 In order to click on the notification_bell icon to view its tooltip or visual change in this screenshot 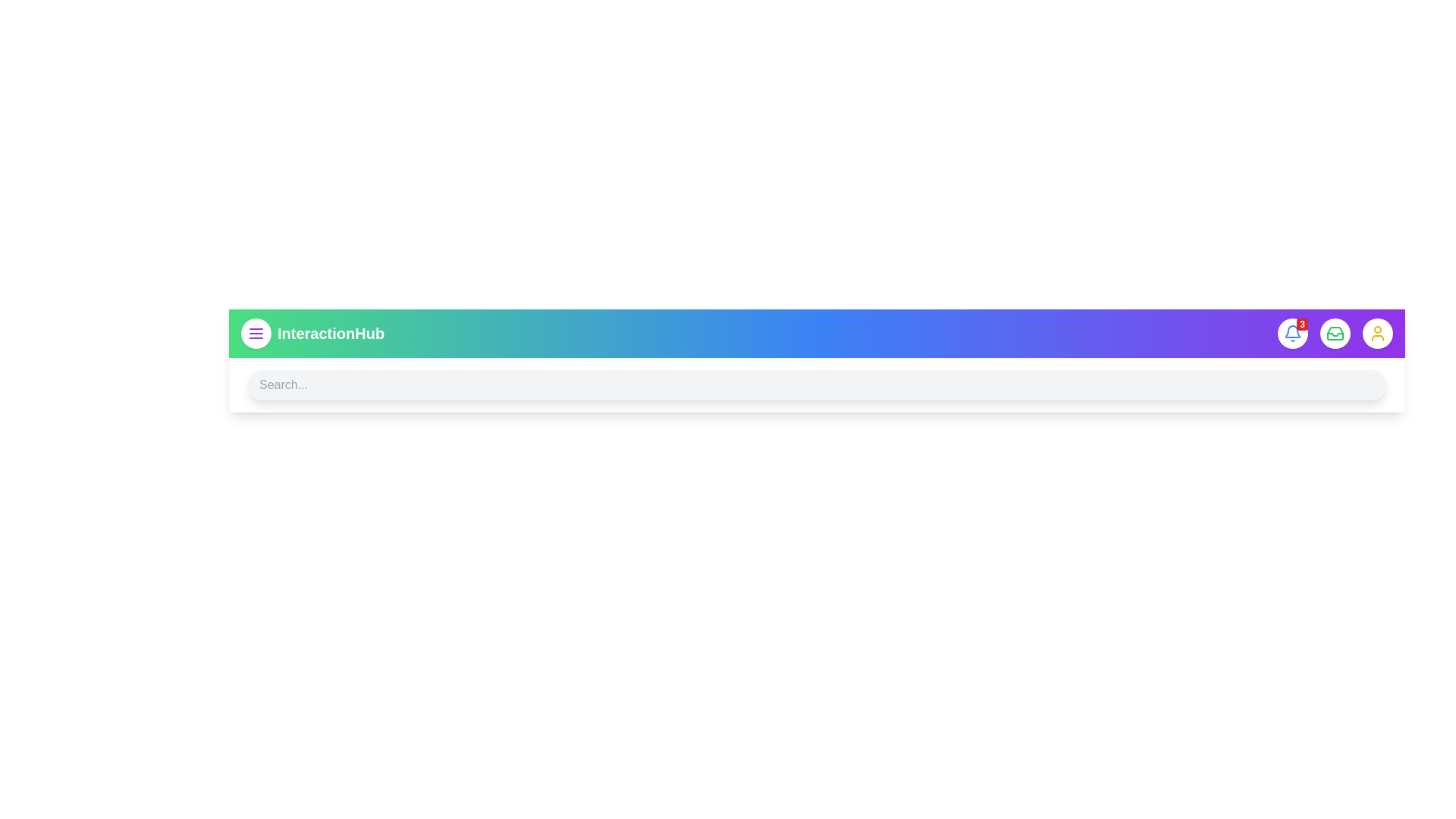, I will do `click(1291, 332)`.